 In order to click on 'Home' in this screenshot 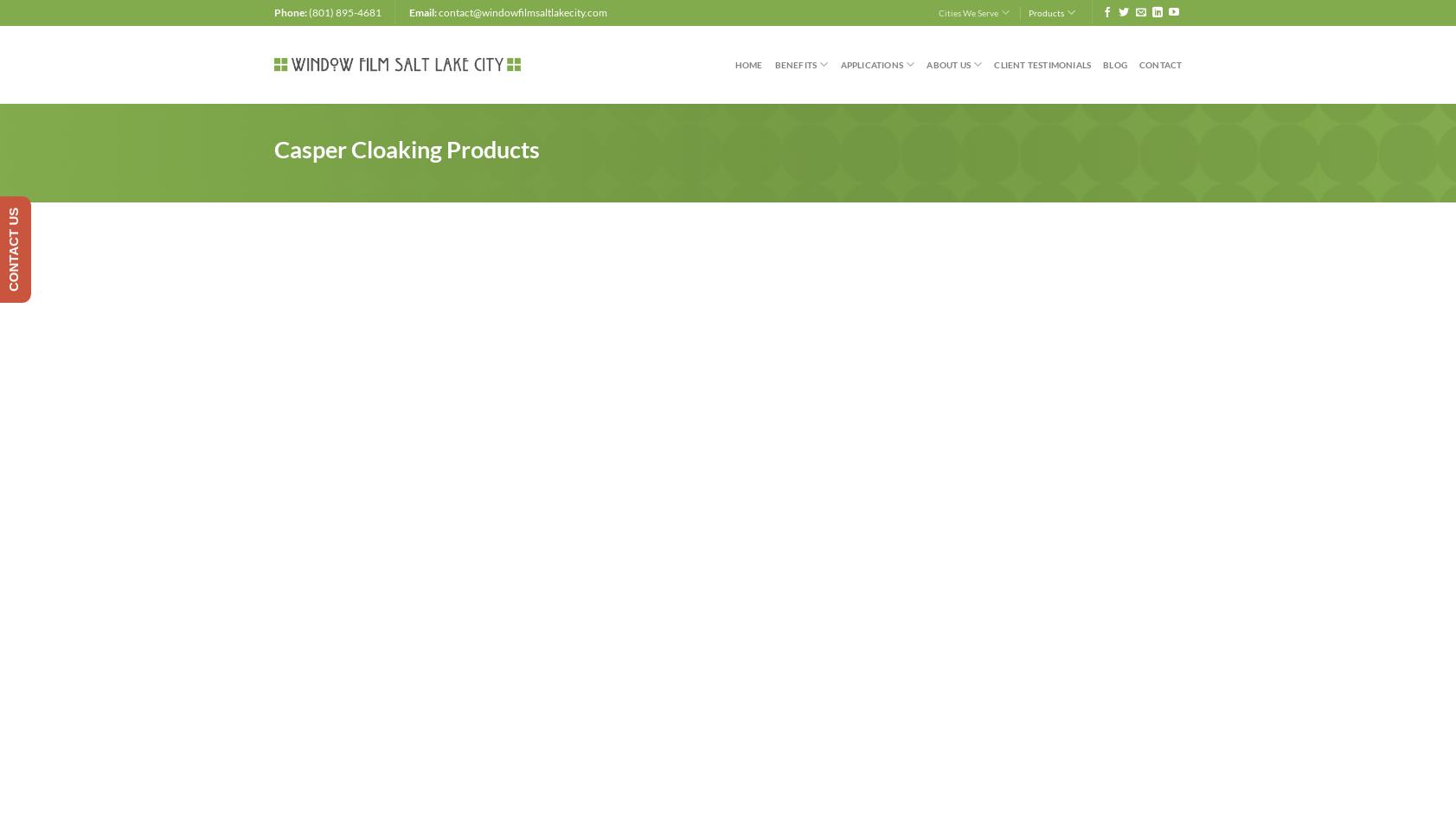, I will do `click(734, 64)`.